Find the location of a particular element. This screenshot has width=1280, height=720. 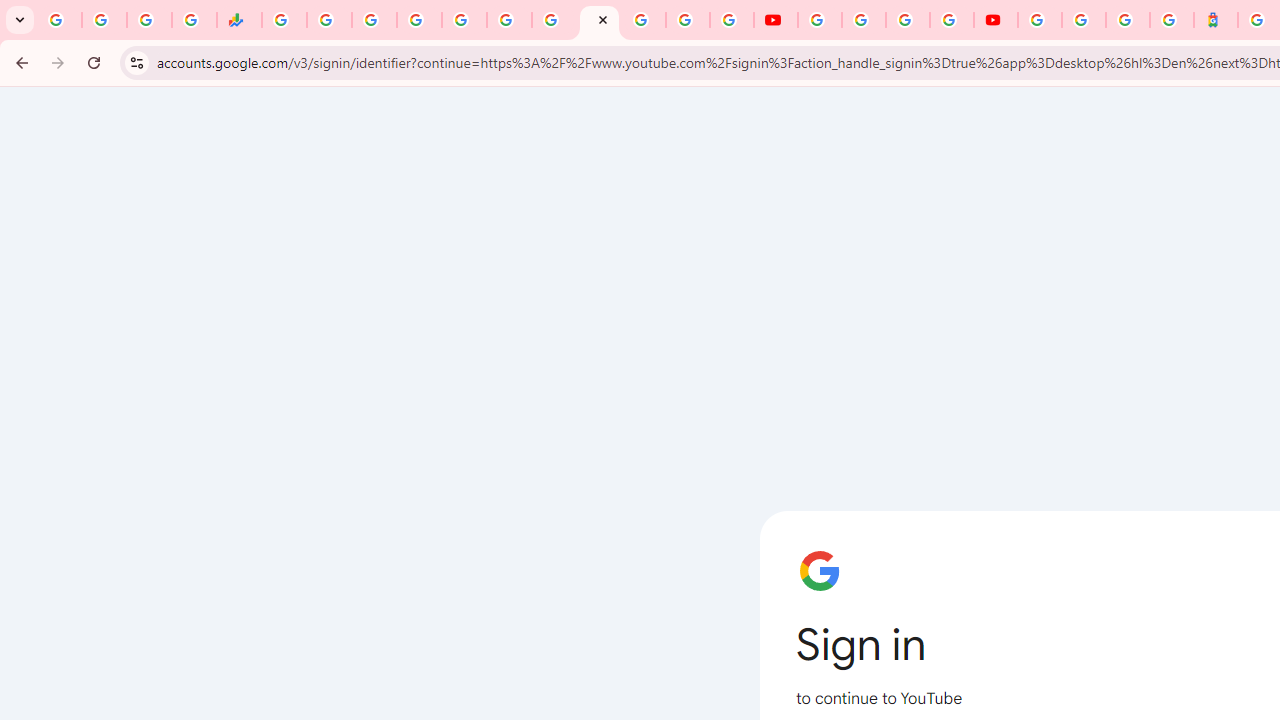

'YouTube' is located at coordinates (774, 20).